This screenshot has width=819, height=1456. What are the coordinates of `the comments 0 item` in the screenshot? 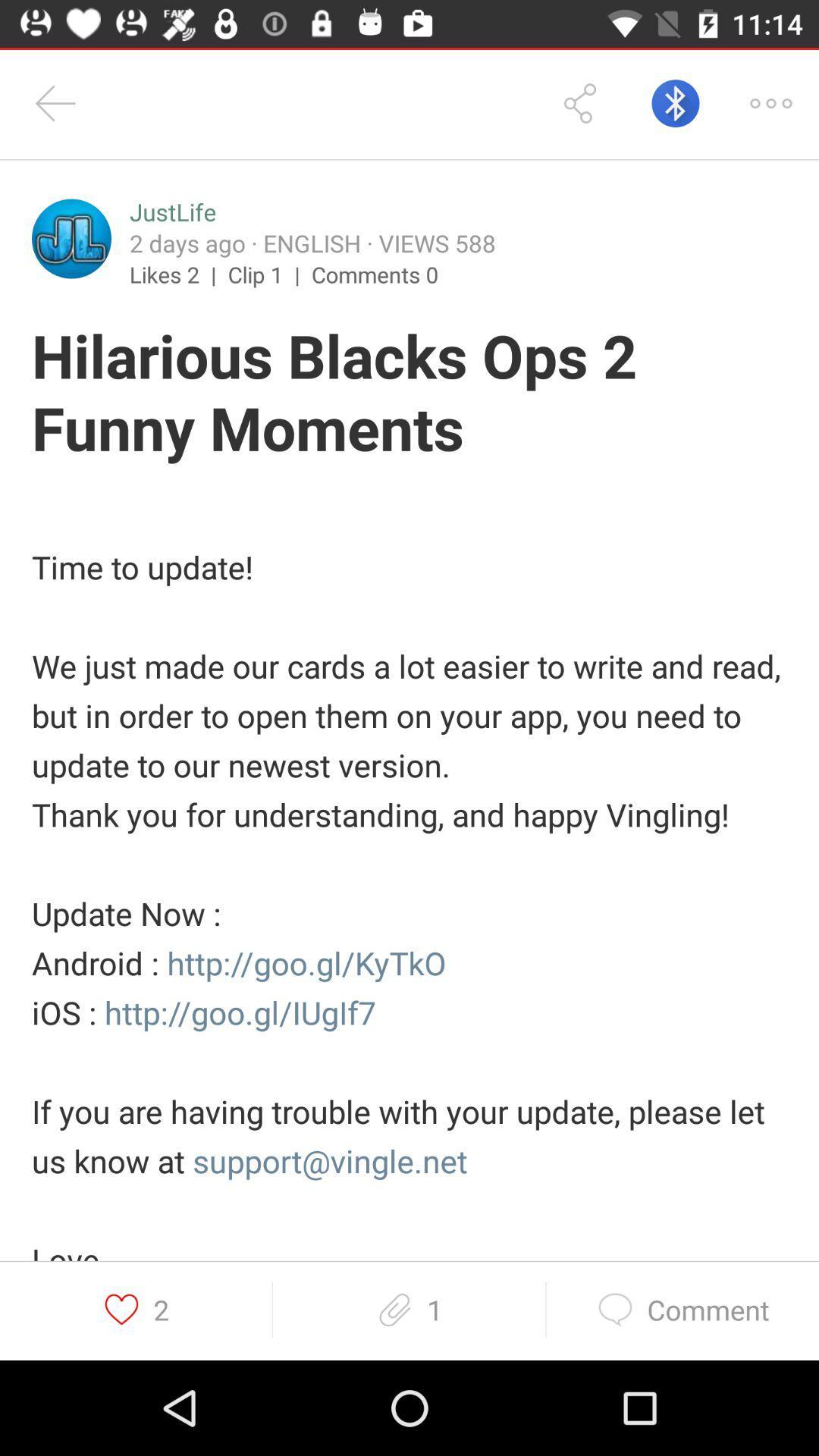 It's located at (375, 274).